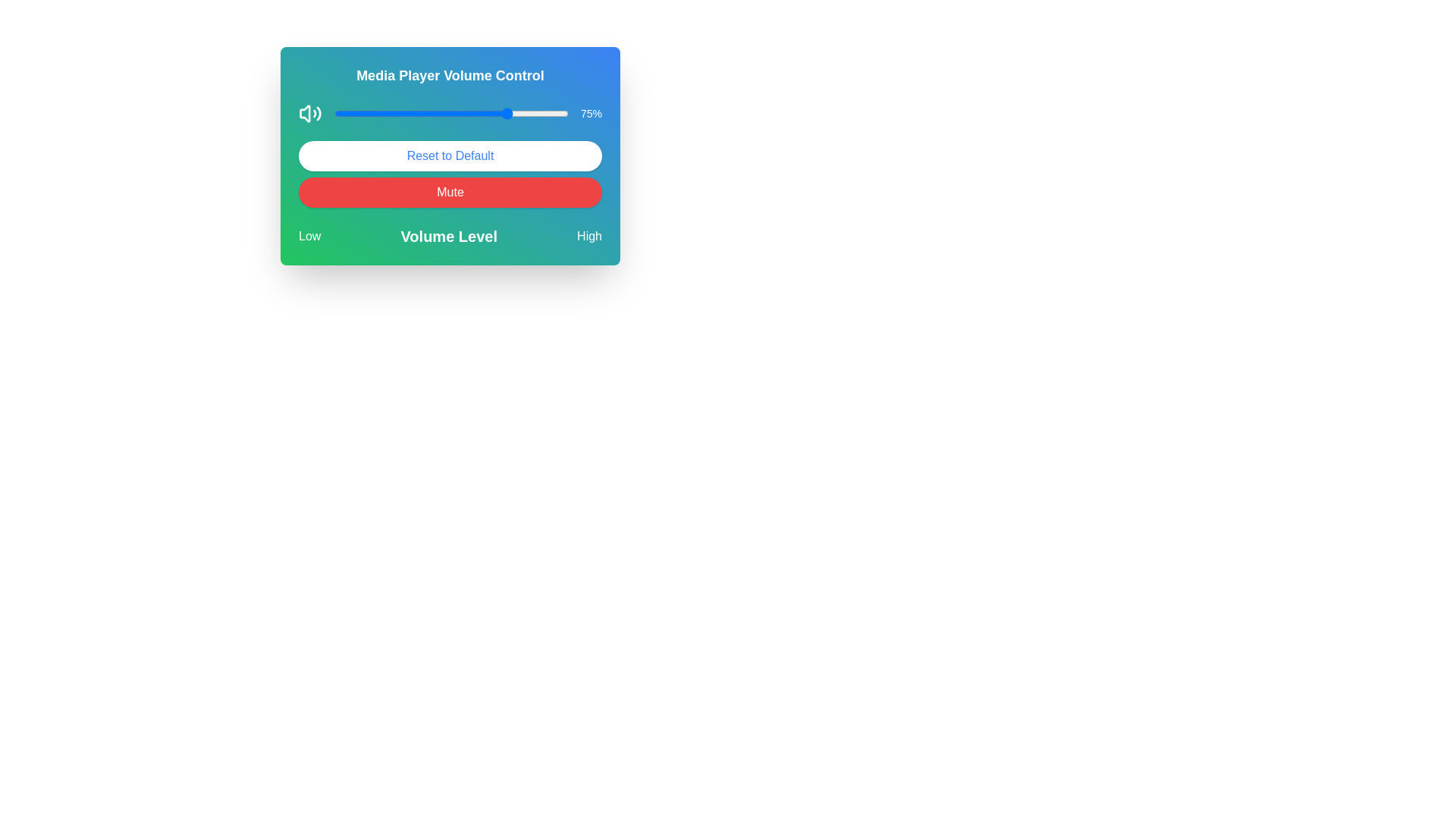 The height and width of the screenshot is (819, 1456). I want to click on the slider thumb of the horizontal slider component, which has a white background and rounded corners, so click(450, 113).